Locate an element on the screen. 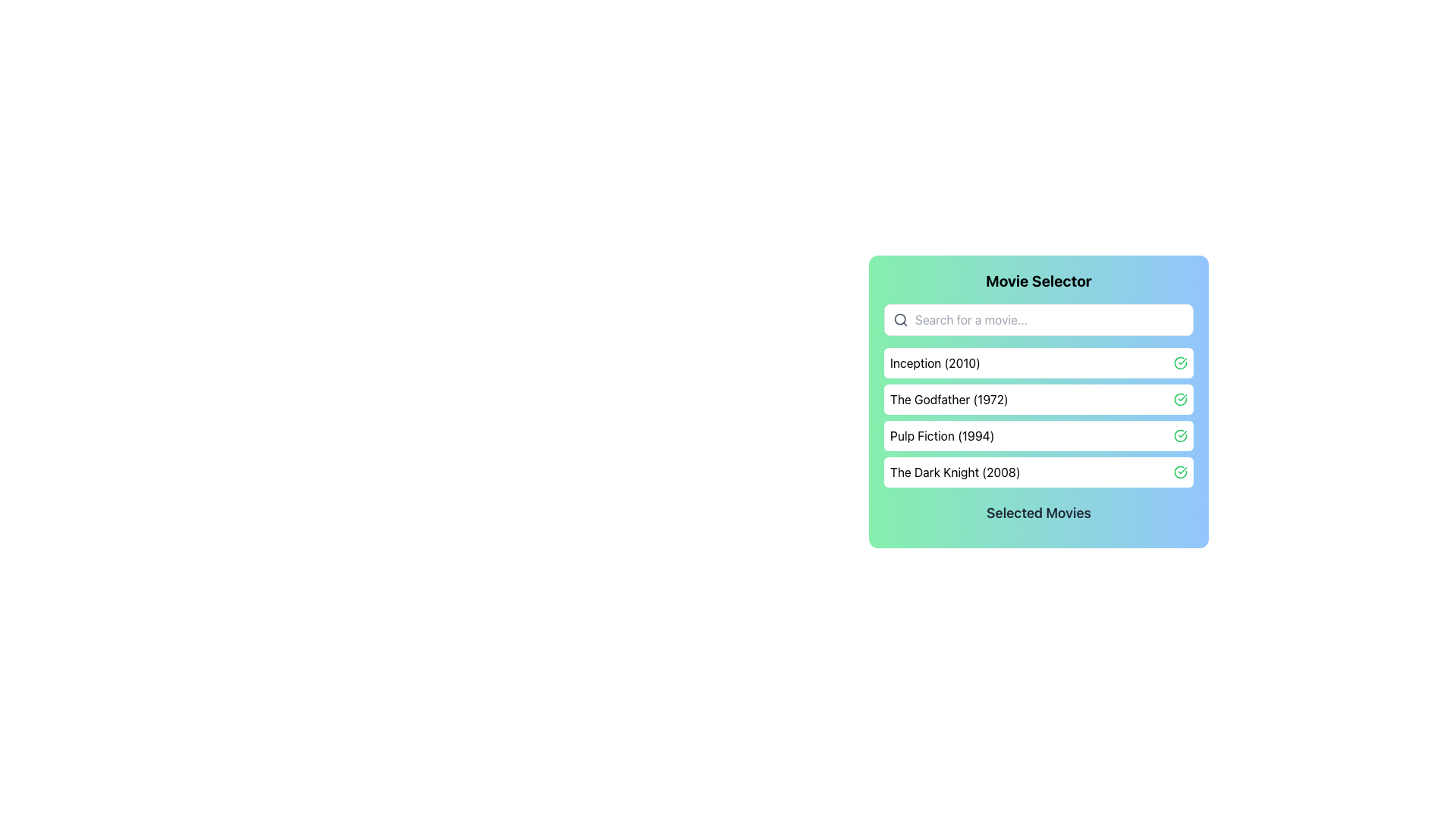 Image resolution: width=1456 pixels, height=819 pixels. the text label reading 'The Godfather (1972)' which is the second movie in the vertically aligned list within the 'Movie Selector' panel is located at coordinates (948, 399).